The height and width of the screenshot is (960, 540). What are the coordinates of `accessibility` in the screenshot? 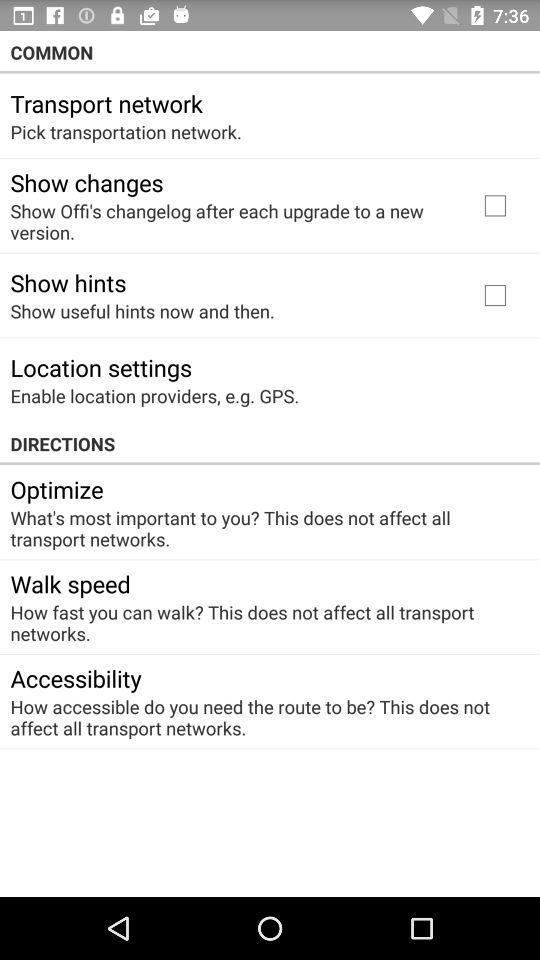 It's located at (75, 678).